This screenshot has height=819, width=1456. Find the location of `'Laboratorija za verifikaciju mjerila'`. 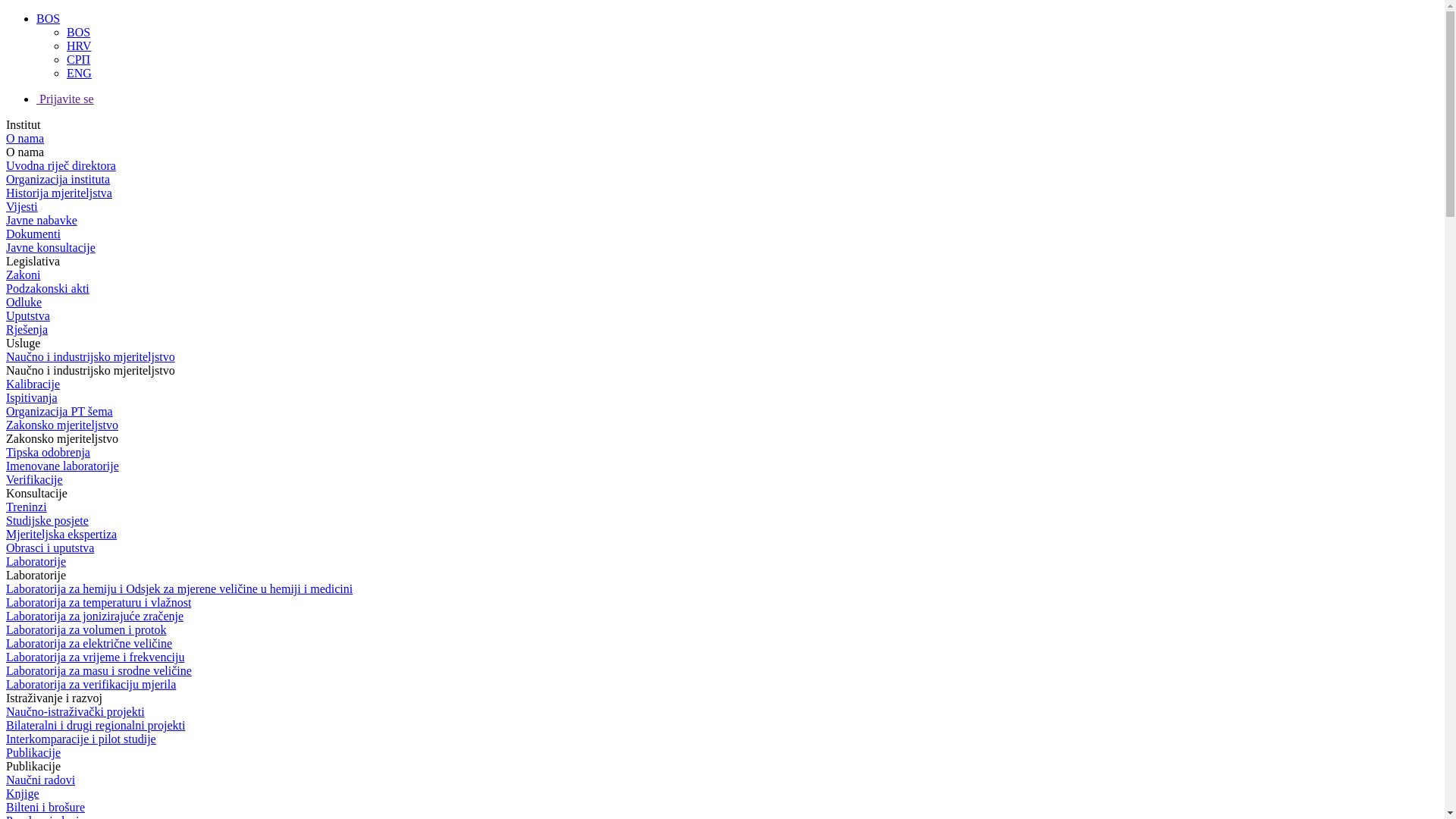

'Laboratorija za verifikaciju mjerila' is located at coordinates (90, 684).